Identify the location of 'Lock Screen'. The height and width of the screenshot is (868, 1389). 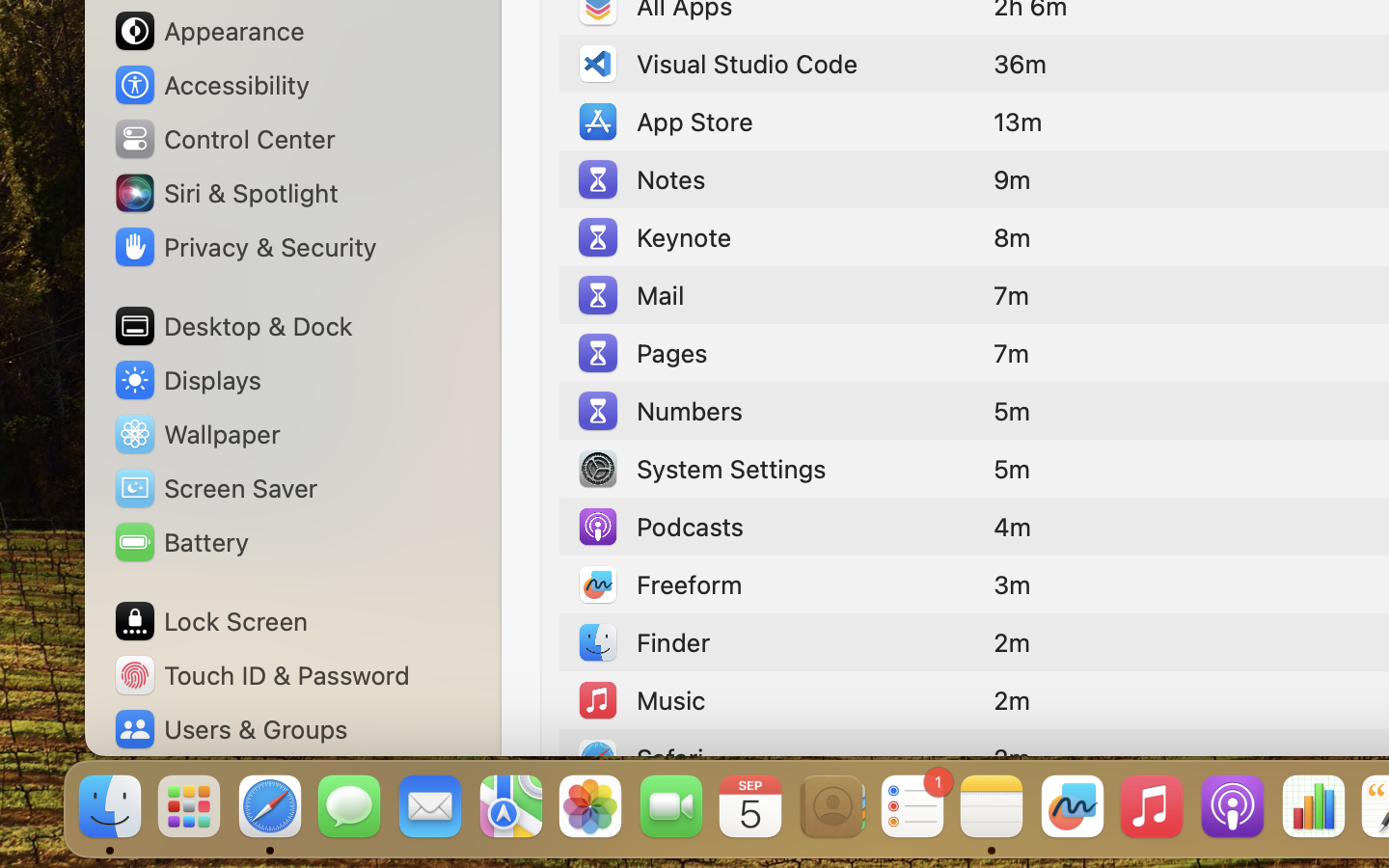
(210, 621).